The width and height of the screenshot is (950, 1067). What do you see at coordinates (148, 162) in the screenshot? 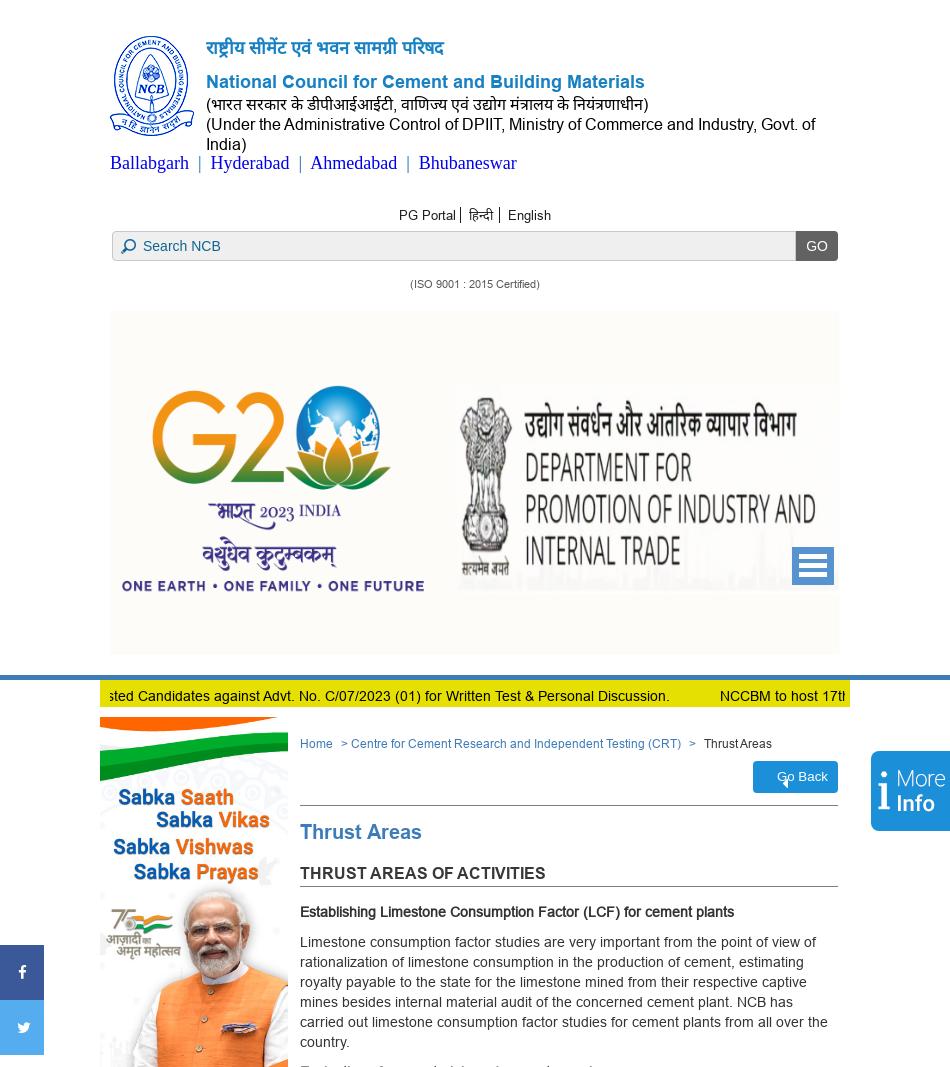
I see `'Ballabgarh'` at bounding box center [148, 162].